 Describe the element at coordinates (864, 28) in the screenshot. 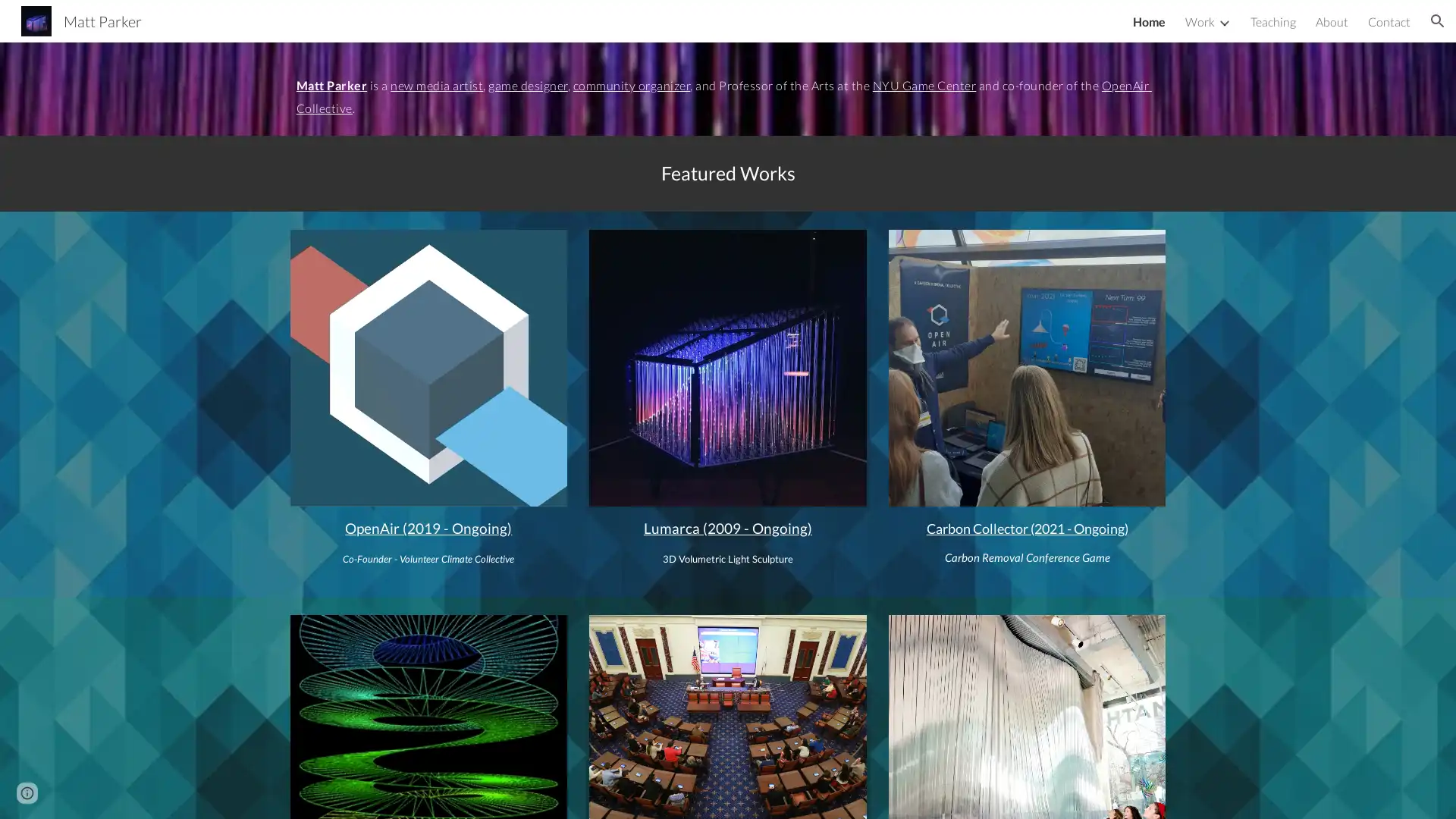

I see `Skip to navigation` at that location.